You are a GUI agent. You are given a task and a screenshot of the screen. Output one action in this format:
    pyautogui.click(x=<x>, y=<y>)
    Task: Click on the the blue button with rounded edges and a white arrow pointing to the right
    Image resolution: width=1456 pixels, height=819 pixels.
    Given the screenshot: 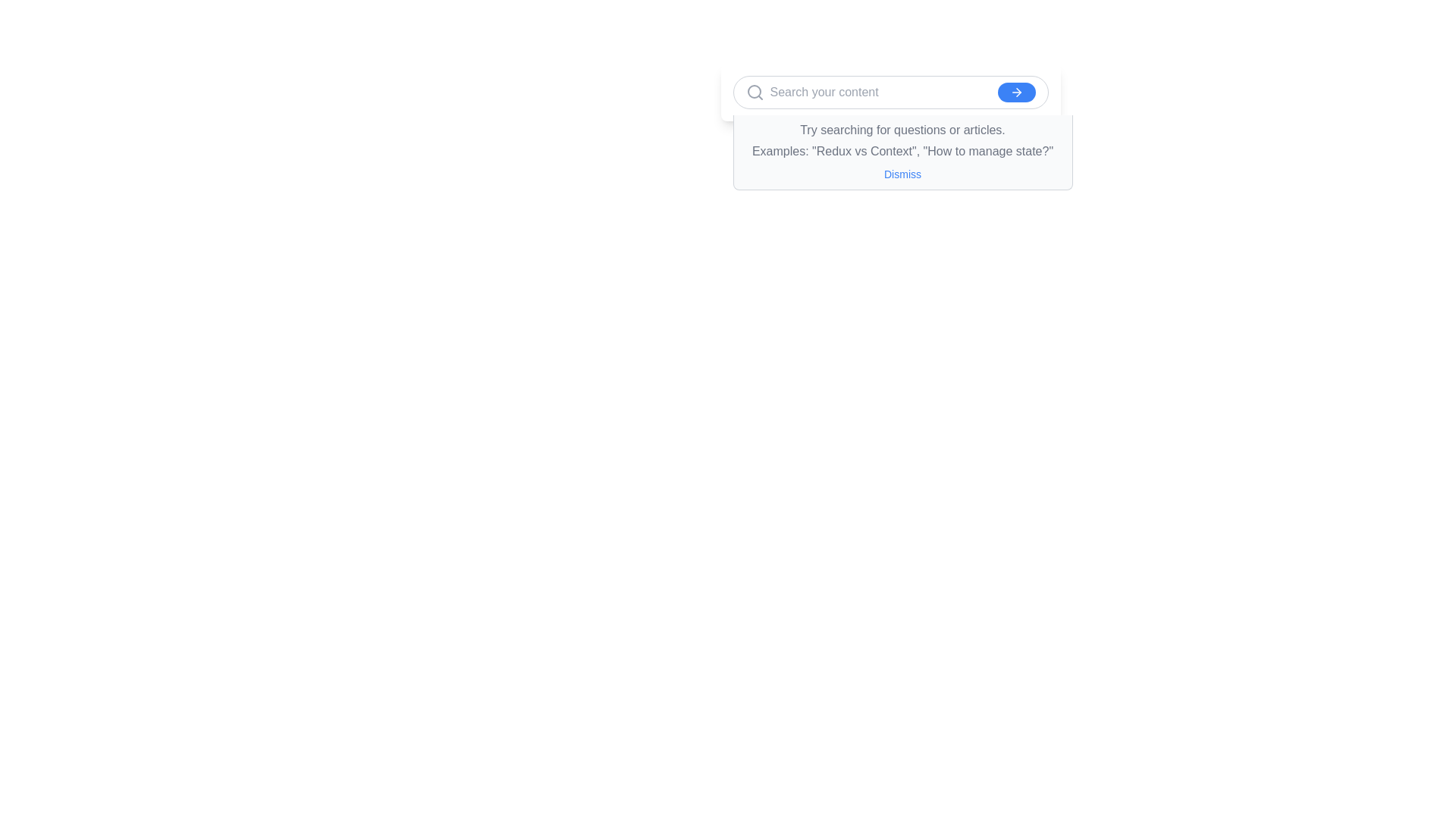 What is the action you would take?
    pyautogui.click(x=1016, y=93)
    